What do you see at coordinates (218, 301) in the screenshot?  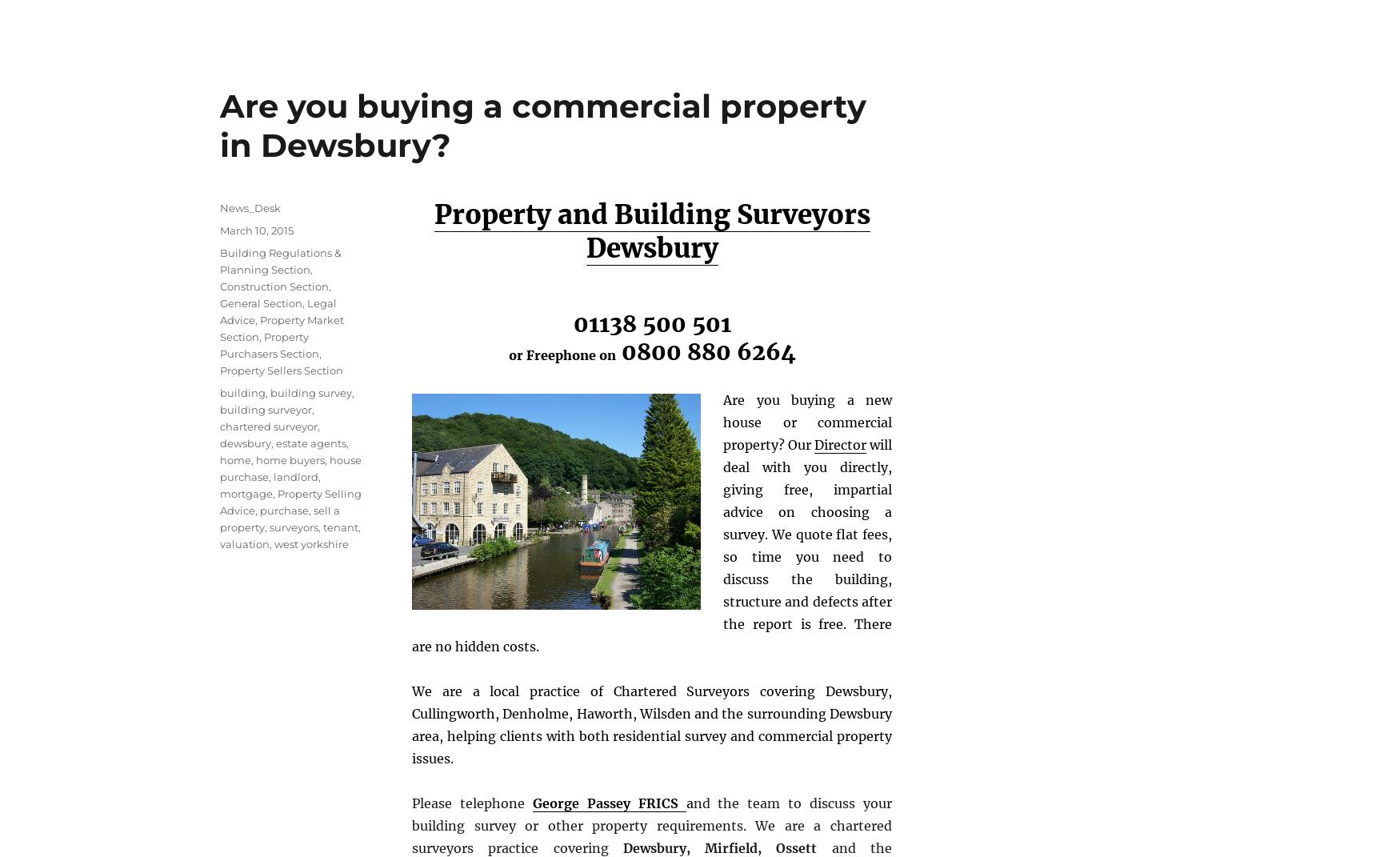 I see `'General Section'` at bounding box center [218, 301].